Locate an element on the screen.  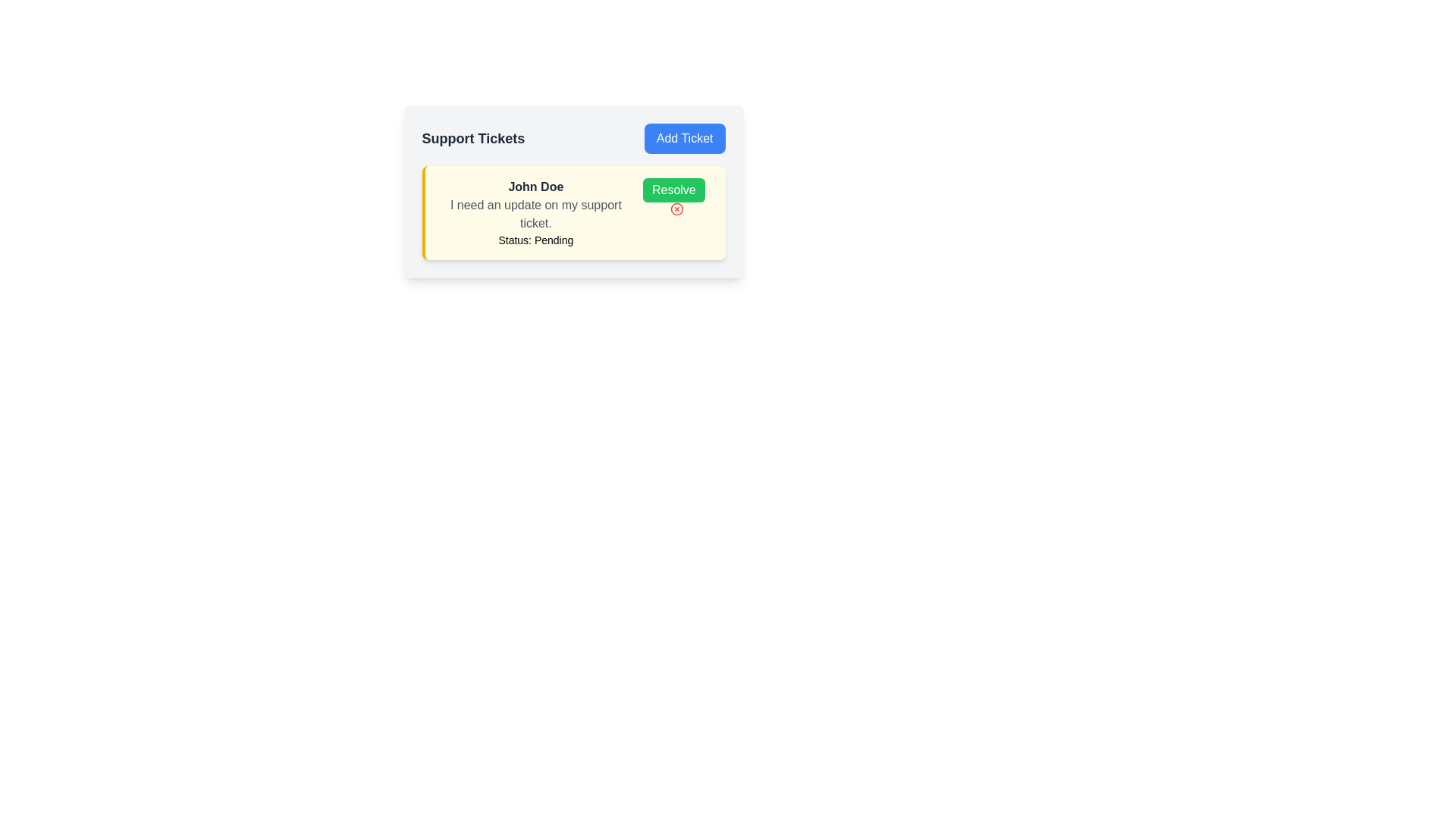
the green 'Resolve' button is located at coordinates (673, 189).